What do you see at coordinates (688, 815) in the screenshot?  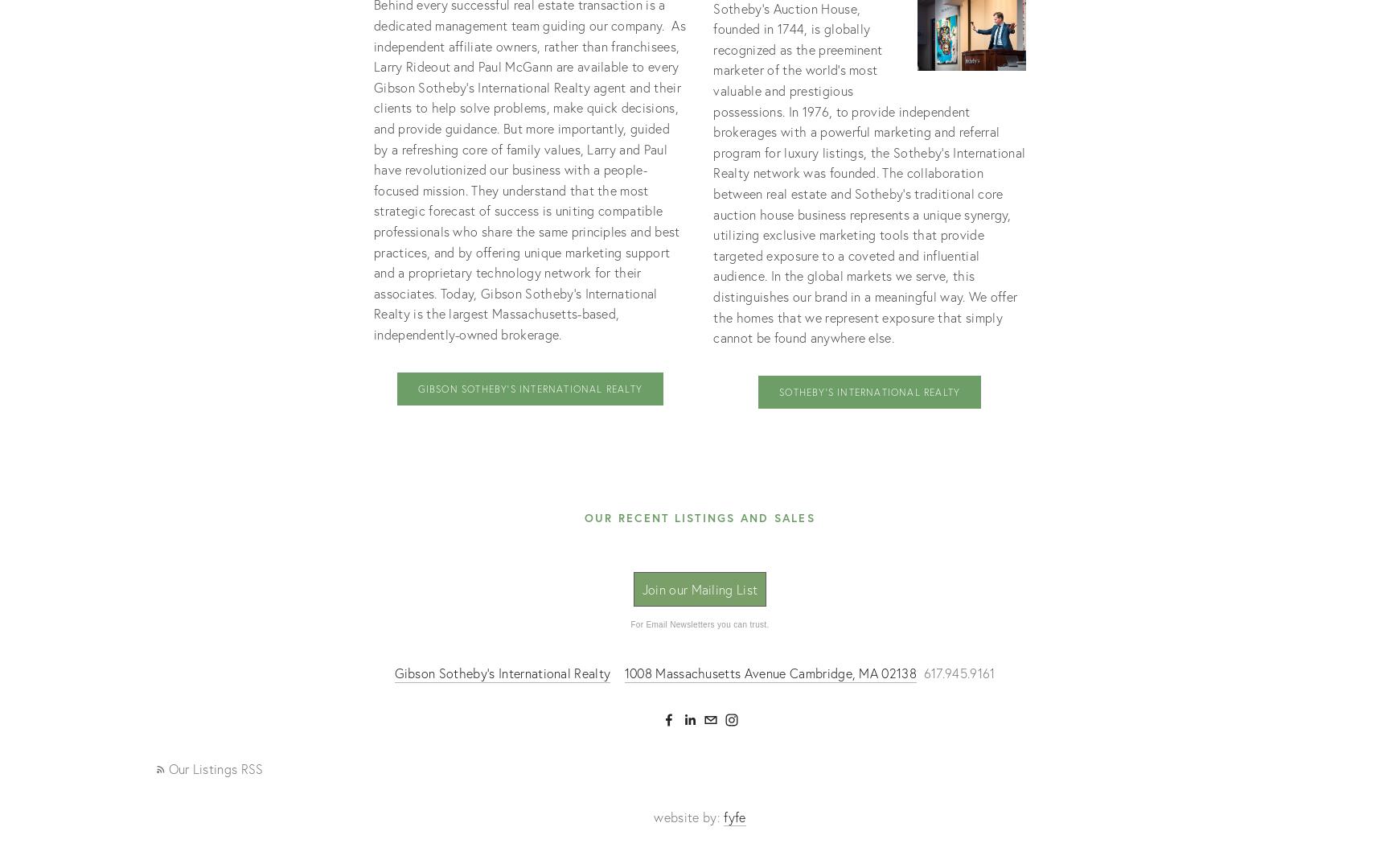 I see `'website by:'` at bounding box center [688, 815].